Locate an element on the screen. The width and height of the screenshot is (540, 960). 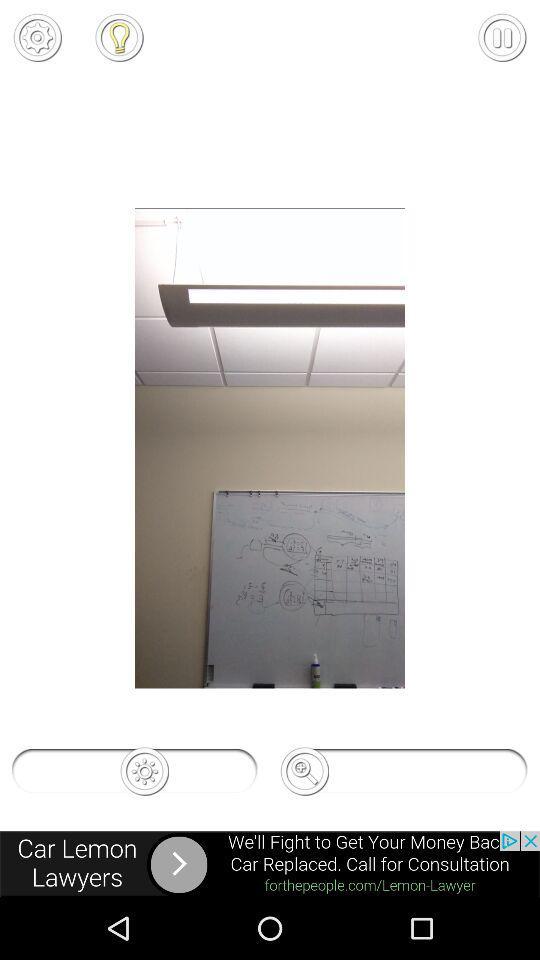
the pause icon is located at coordinates (501, 36).